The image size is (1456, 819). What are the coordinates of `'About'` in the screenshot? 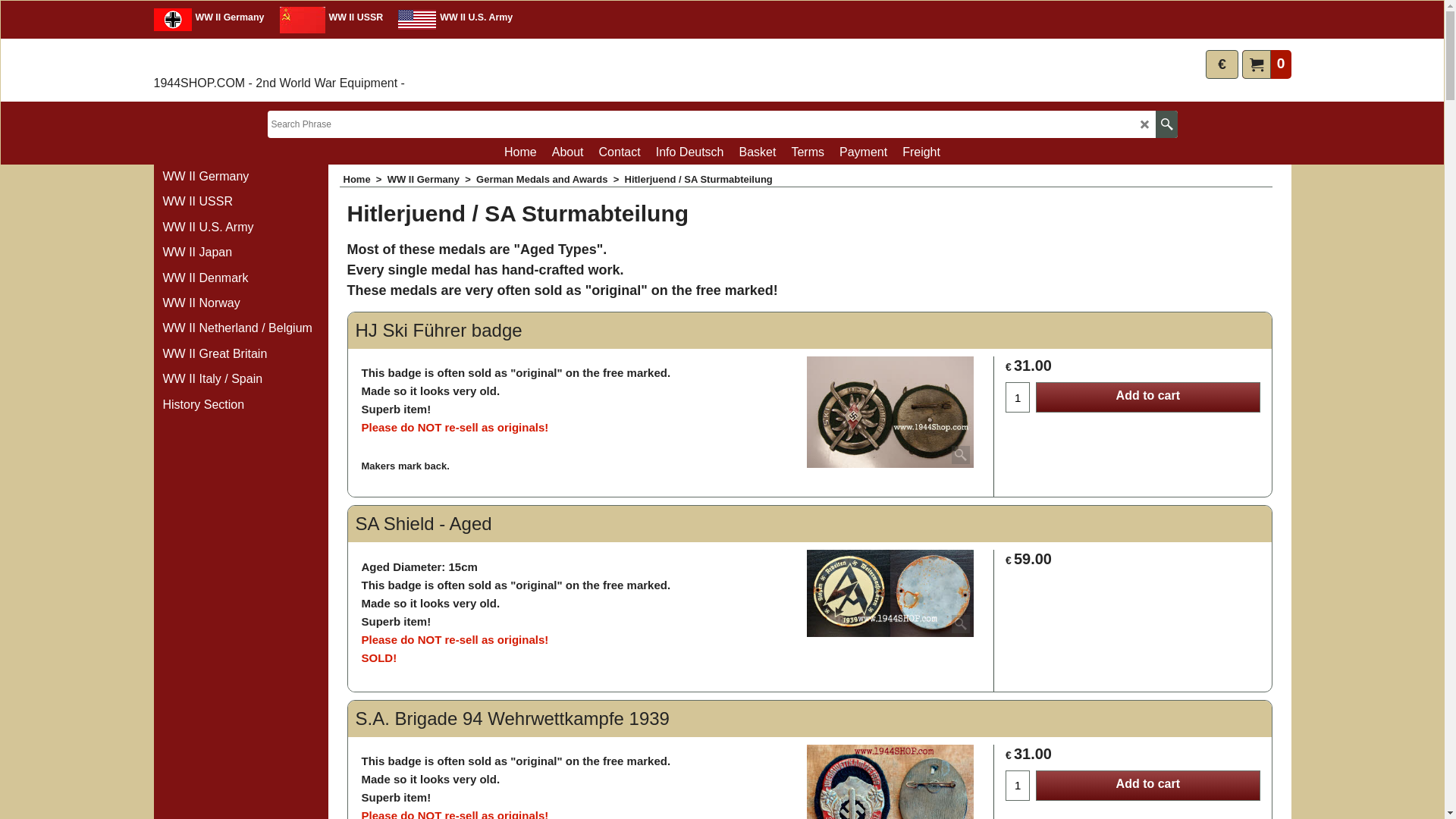 It's located at (566, 152).